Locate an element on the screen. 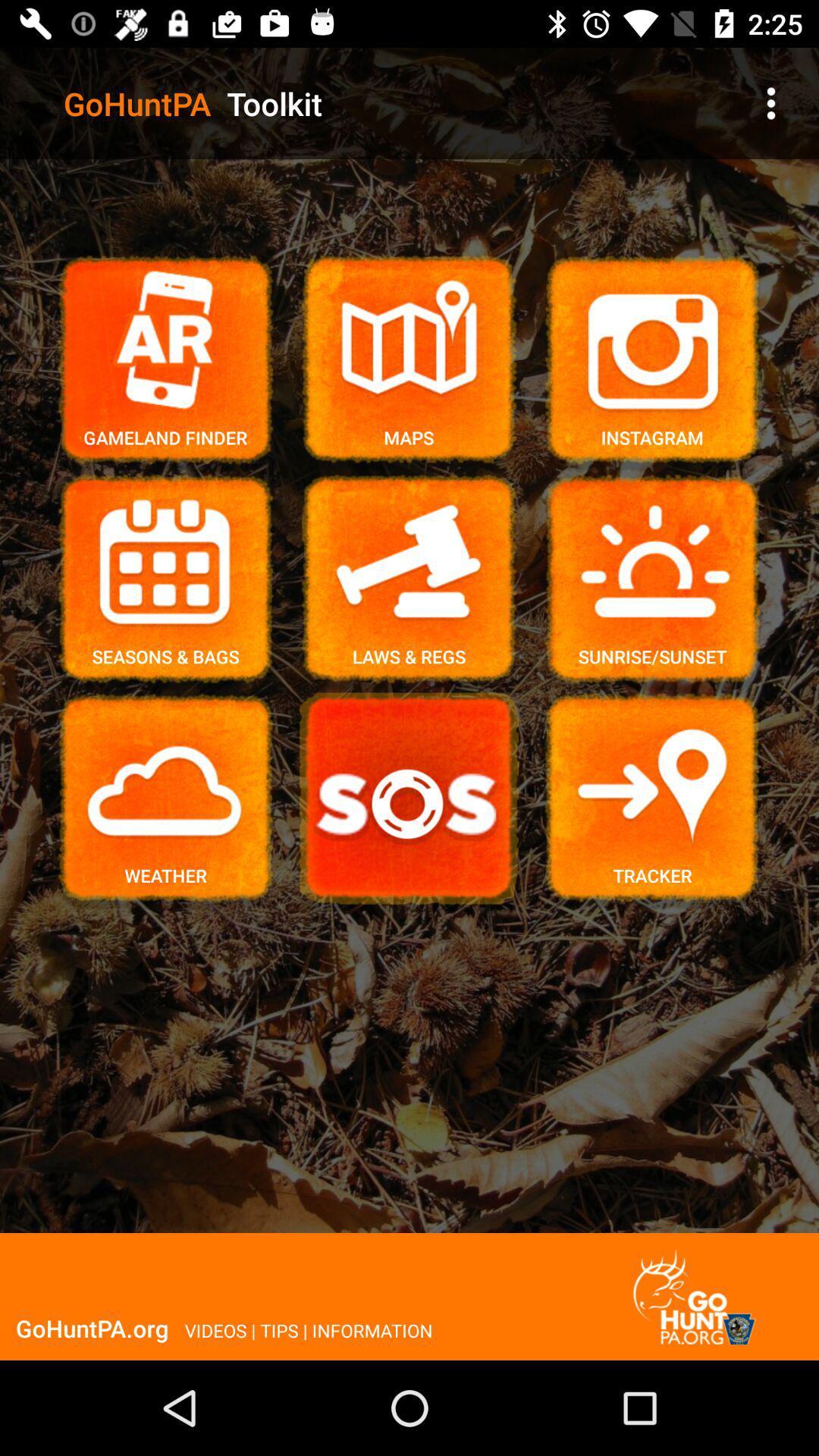 The width and height of the screenshot is (819, 1456). the item to the right of toolkit icon is located at coordinates (771, 102).